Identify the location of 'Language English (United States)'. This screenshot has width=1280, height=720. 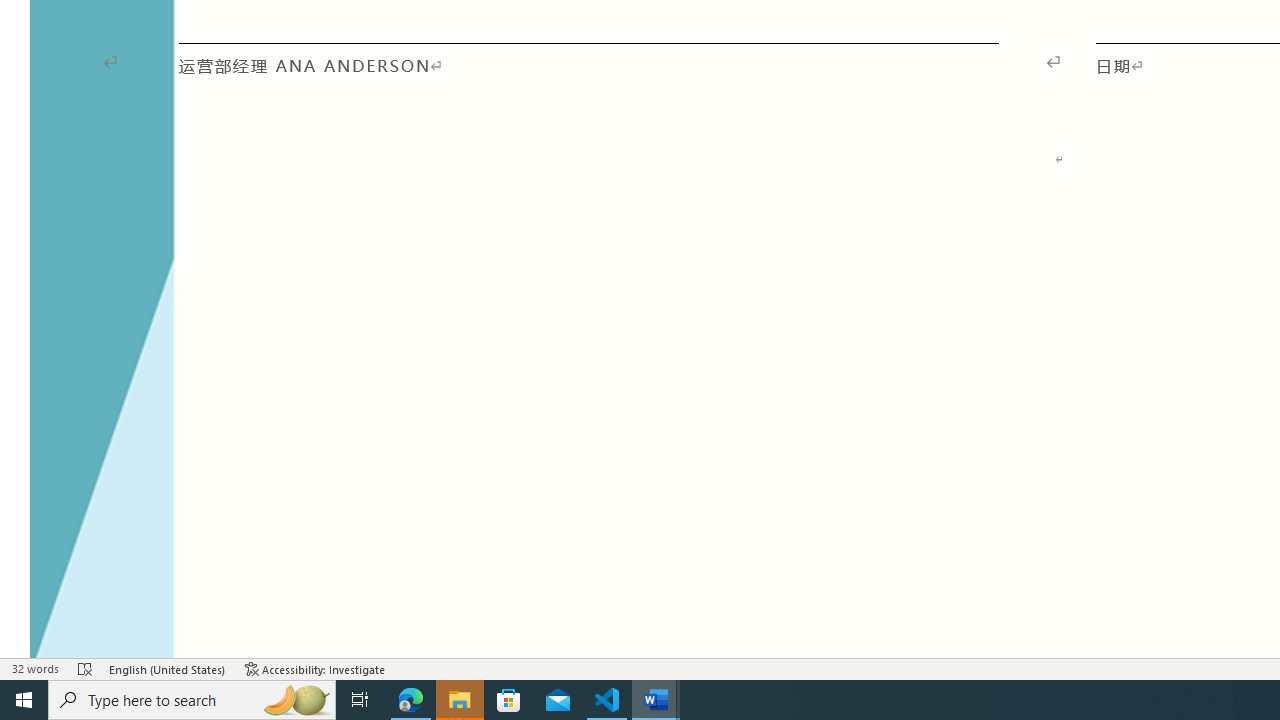
(168, 669).